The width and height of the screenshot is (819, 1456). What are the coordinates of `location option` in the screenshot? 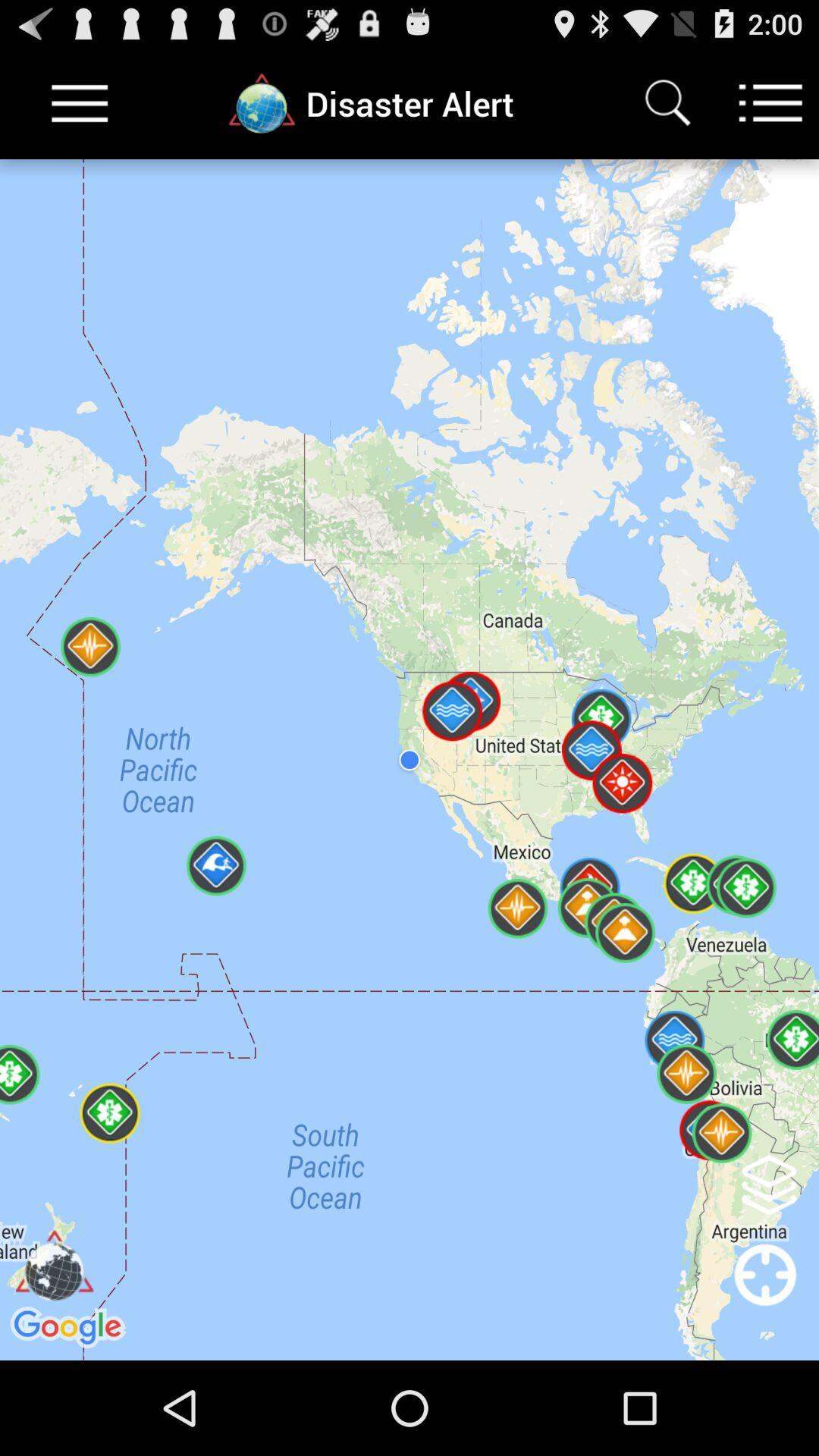 It's located at (765, 1294).